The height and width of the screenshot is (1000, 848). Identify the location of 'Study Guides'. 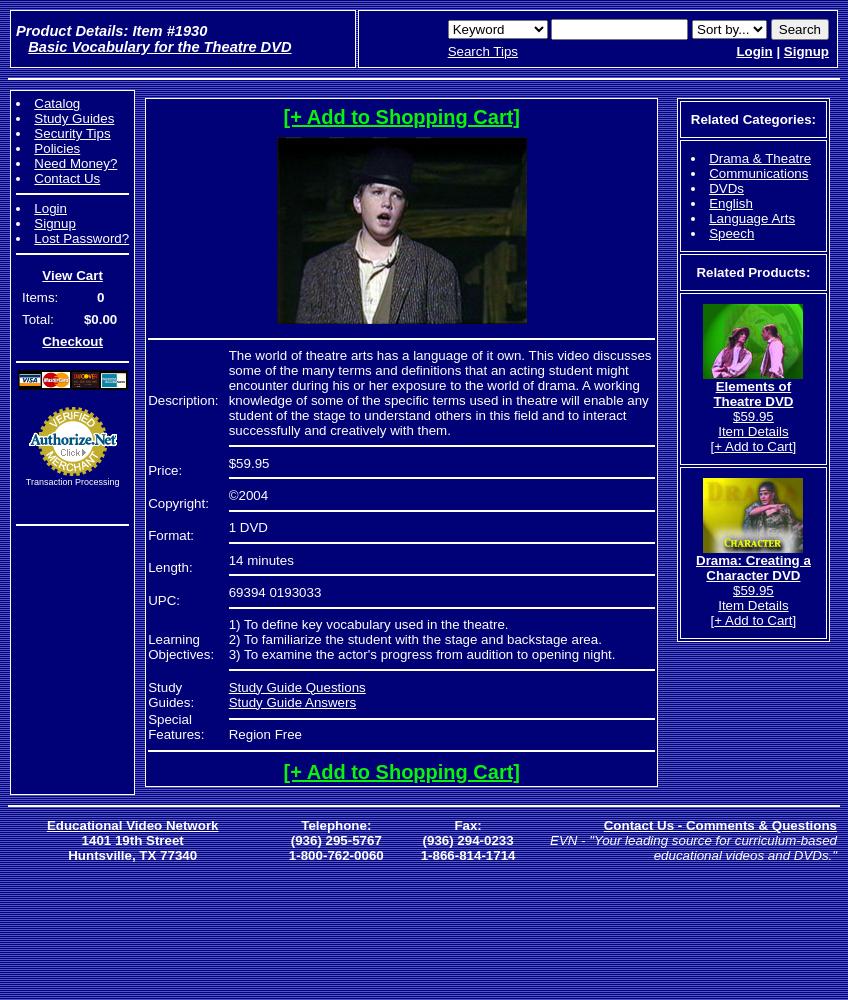
(33, 117).